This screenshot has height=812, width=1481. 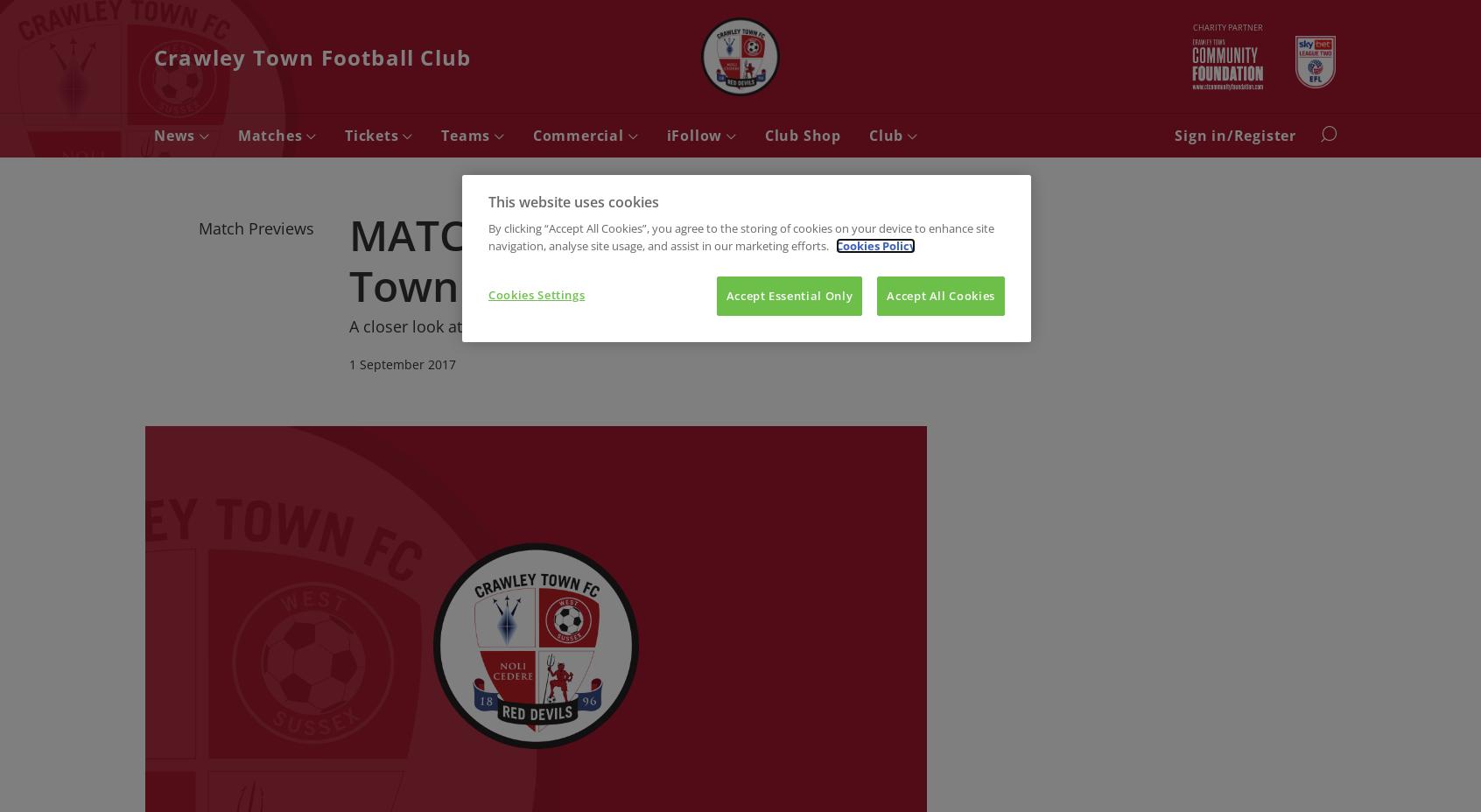 What do you see at coordinates (176, 135) in the screenshot?
I see `'News'` at bounding box center [176, 135].